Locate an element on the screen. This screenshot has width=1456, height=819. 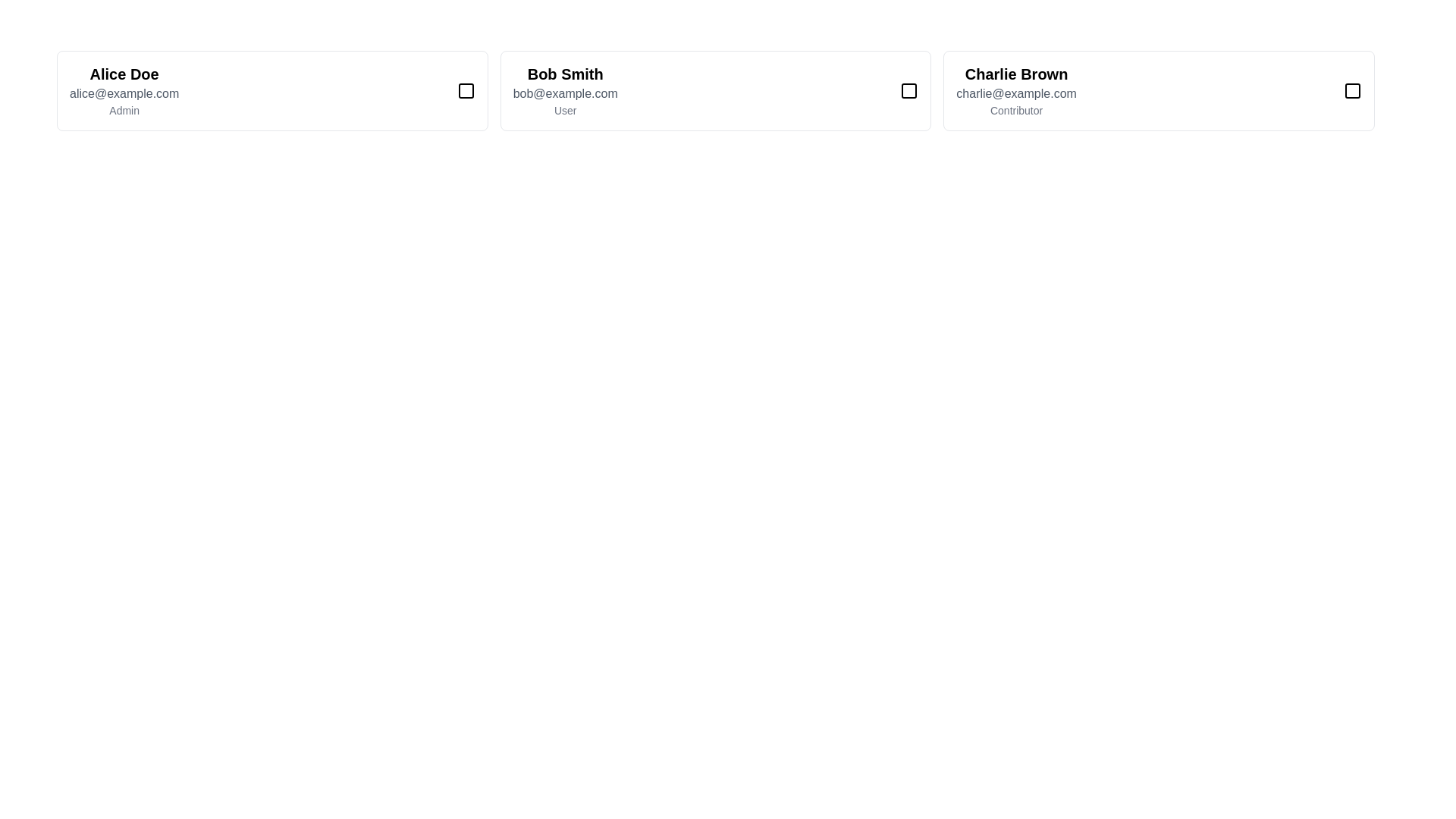
the icon located at the top-right corner of the user card labeled 'Alice Doe' is located at coordinates (465, 90).